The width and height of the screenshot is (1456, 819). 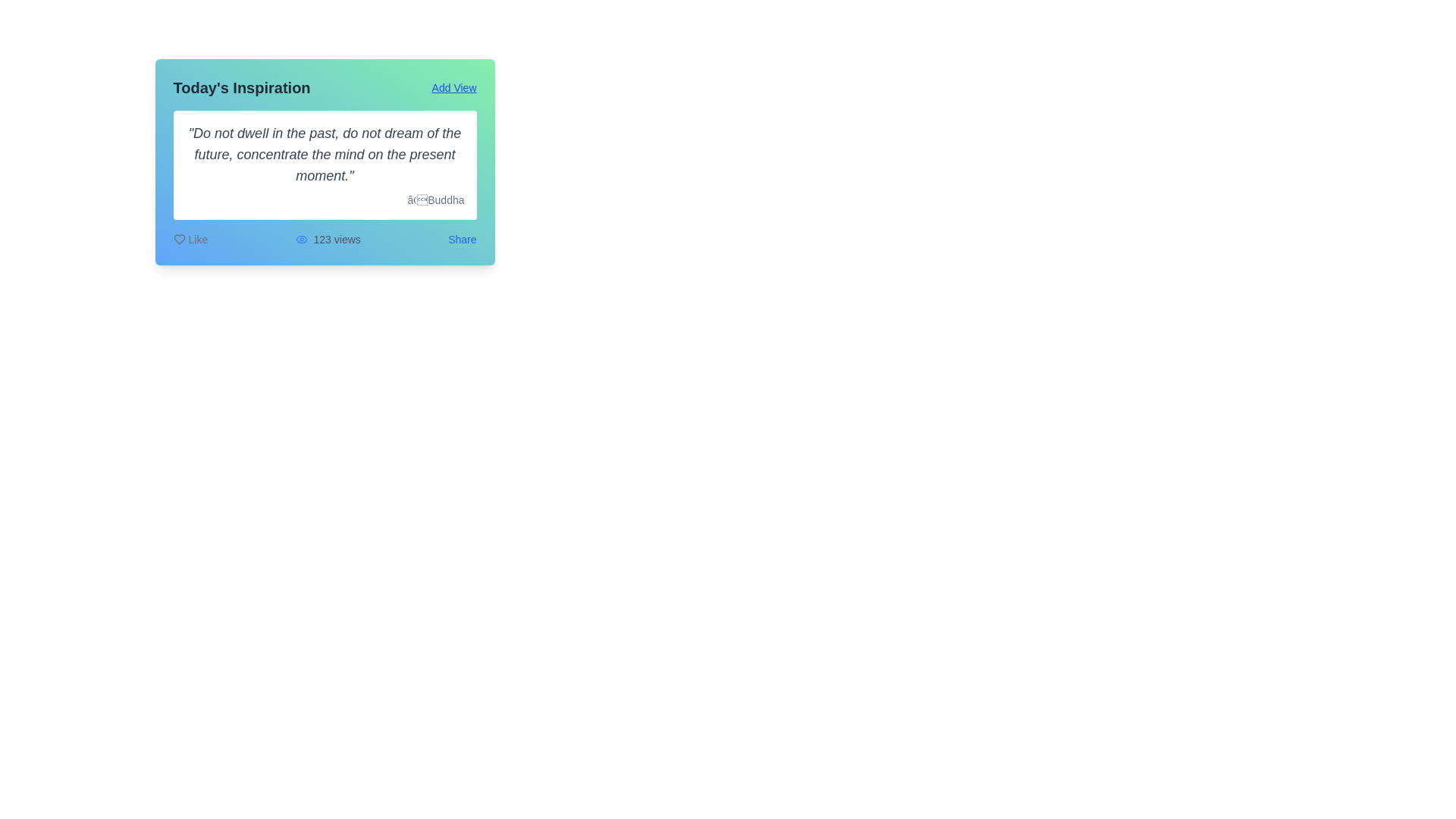 I want to click on the eye icon that symbolizes viewing metrics, located immediately to the left of the text '123 views' in the bottom section of the card component, so click(x=301, y=239).